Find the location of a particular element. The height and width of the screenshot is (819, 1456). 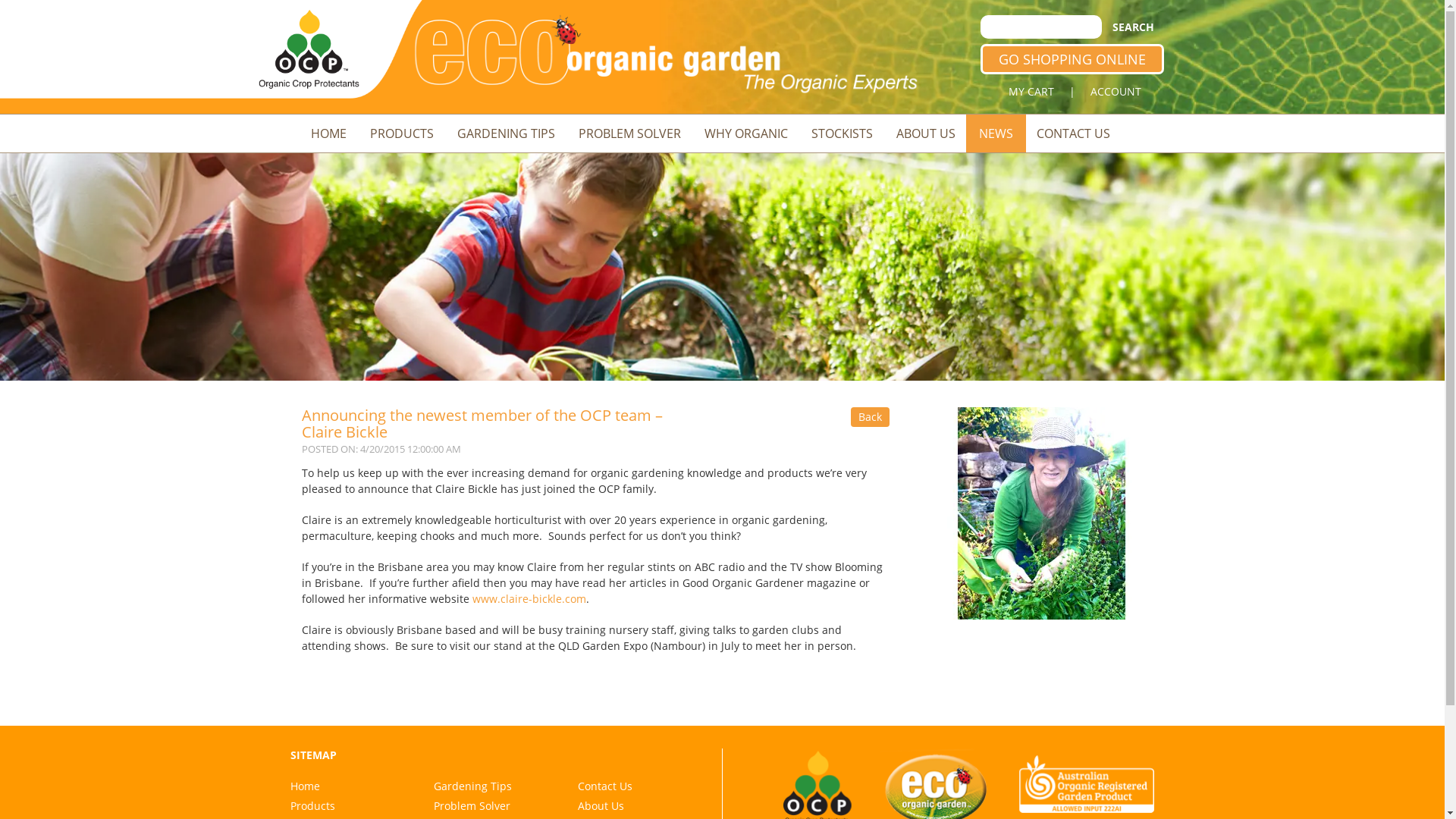

'ACCOUNT' is located at coordinates (1116, 91).